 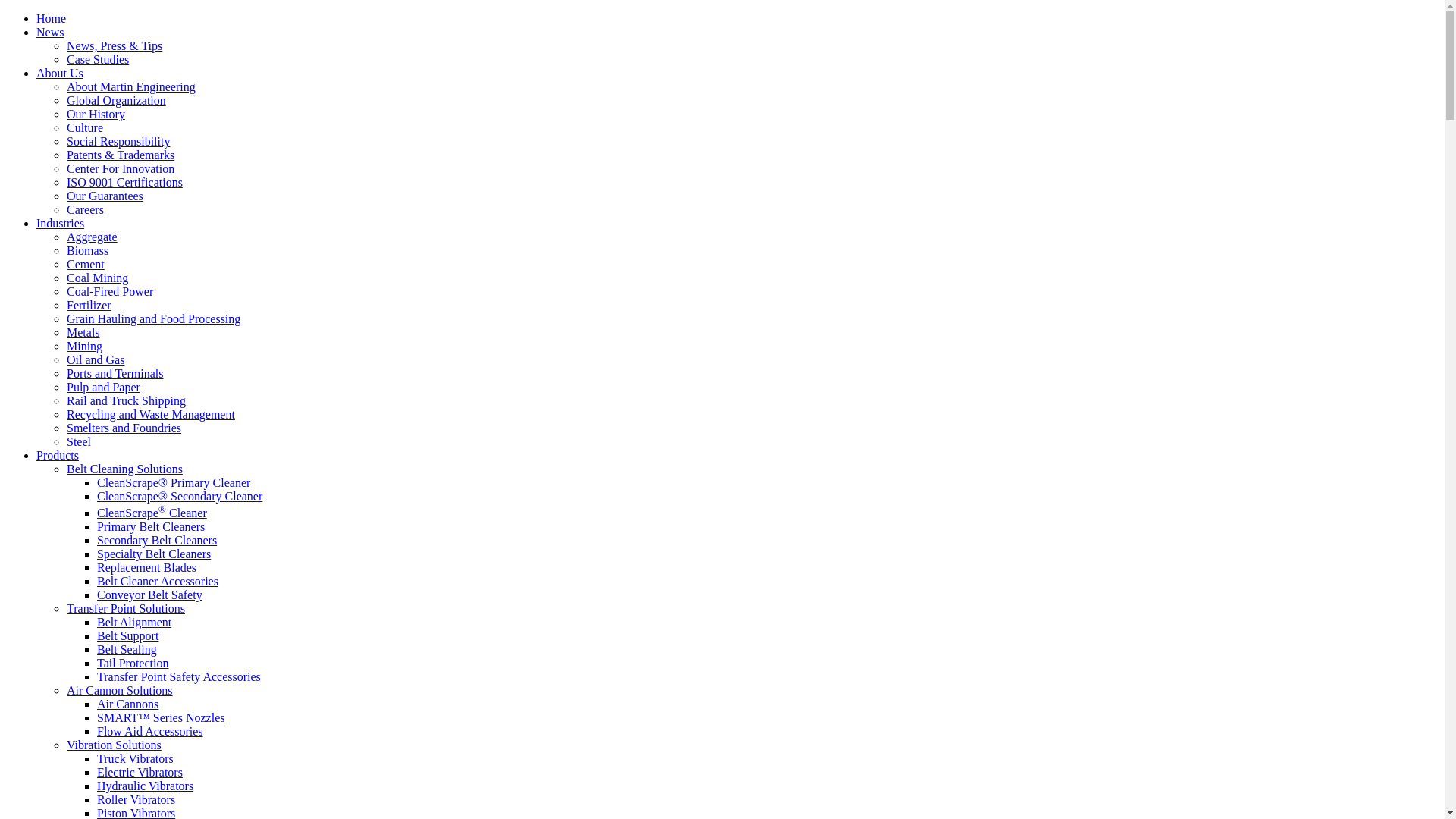 What do you see at coordinates (127, 704) in the screenshot?
I see `'Air Cannons'` at bounding box center [127, 704].